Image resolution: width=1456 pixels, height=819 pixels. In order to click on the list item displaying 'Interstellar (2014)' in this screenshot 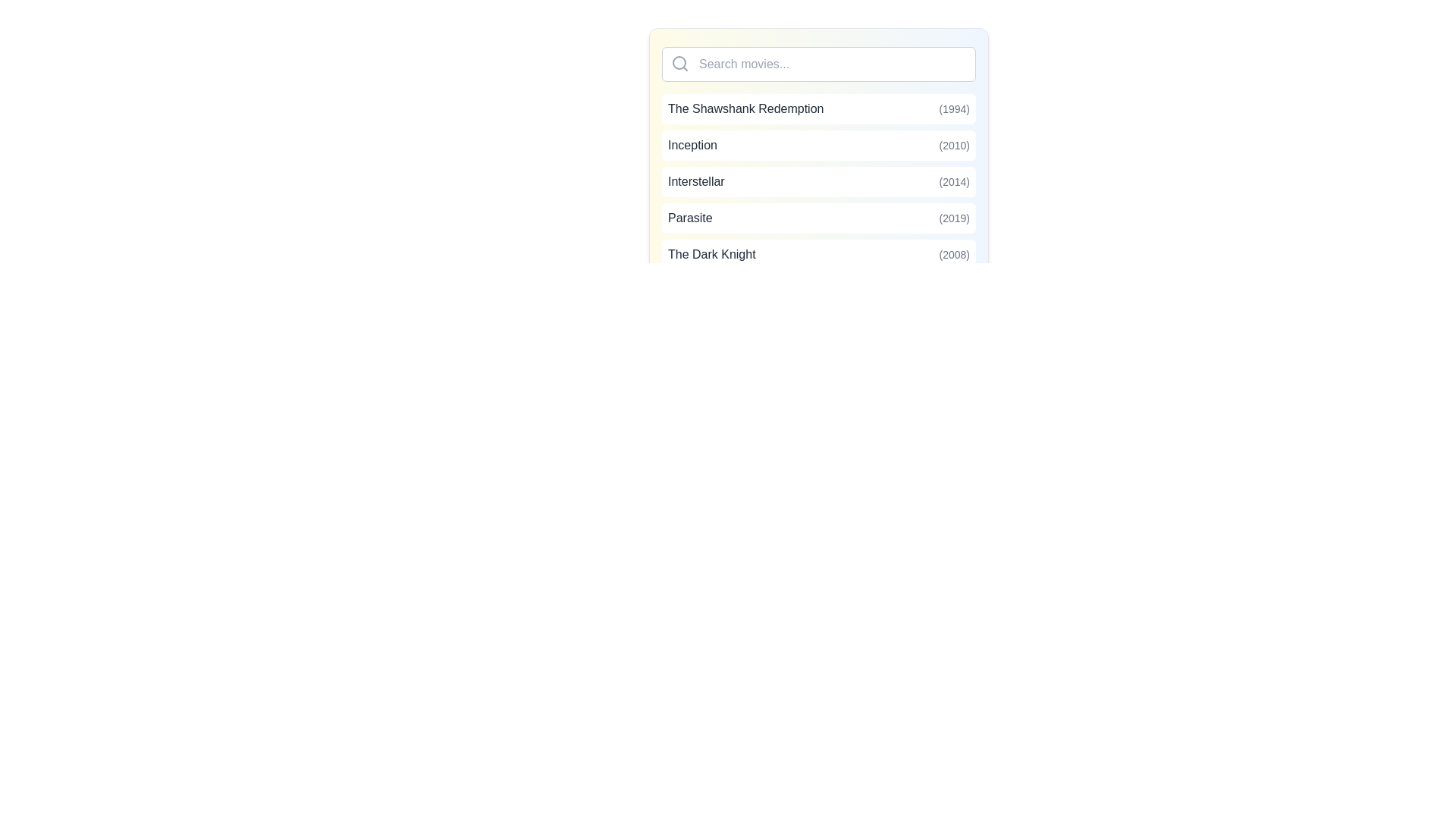, I will do `click(818, 180)`.